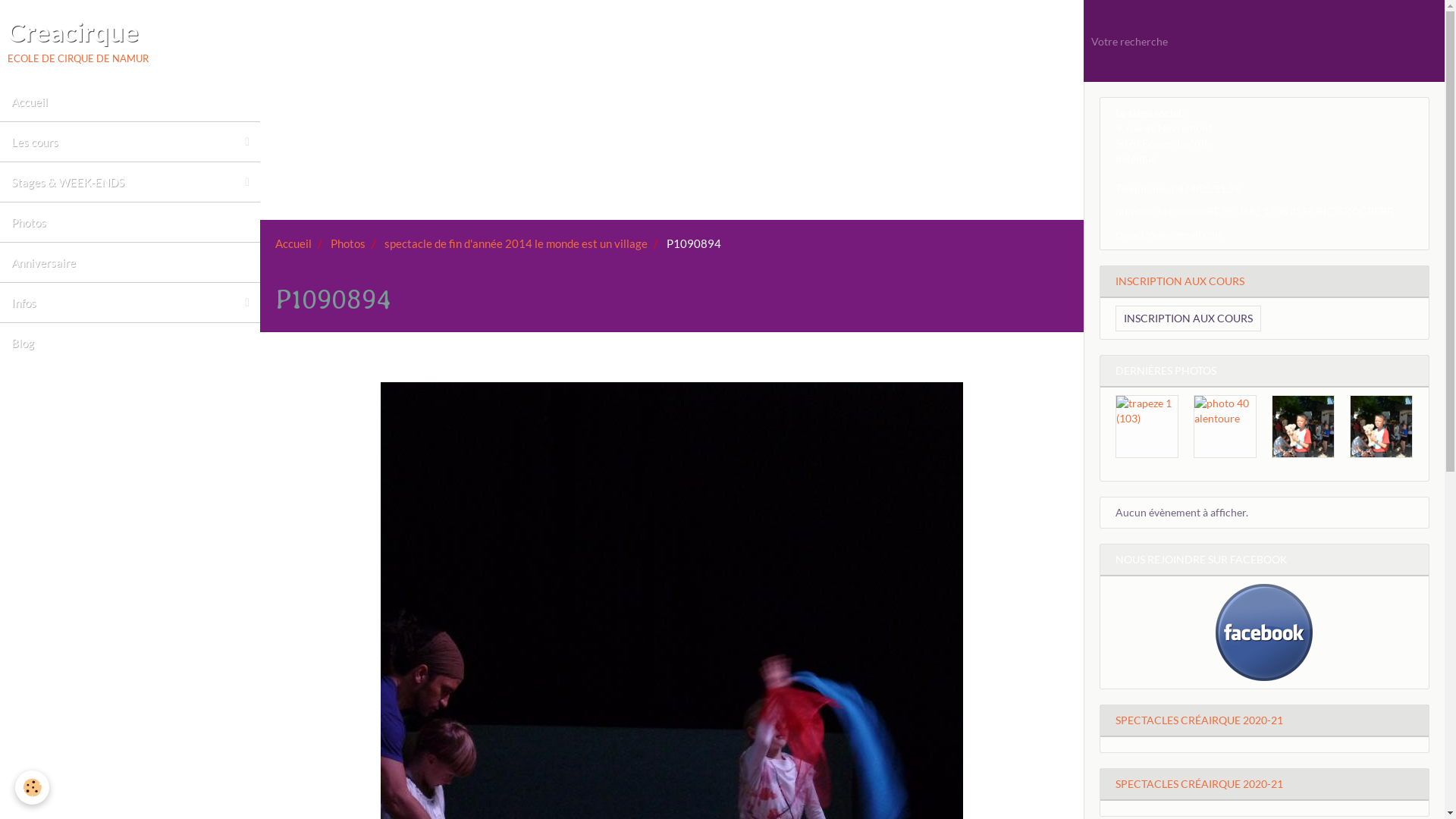  I want to click on 'Photos', so click(130, 222).